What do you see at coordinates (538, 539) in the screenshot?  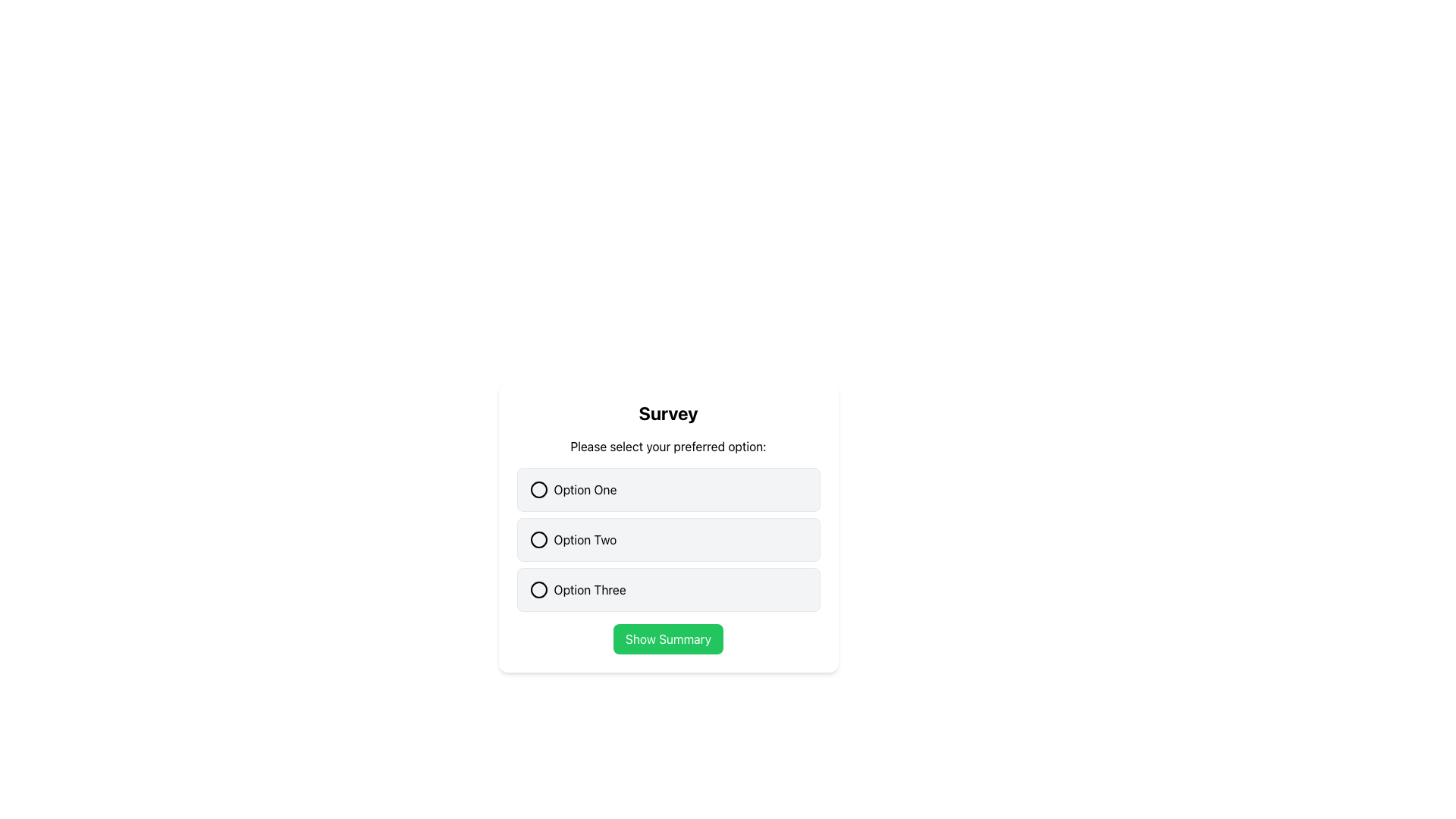 I see `the selection state of the radio button located near the left of the 'Option Two' label in the second option group of the survey interface` at bounding box center [538, 539].